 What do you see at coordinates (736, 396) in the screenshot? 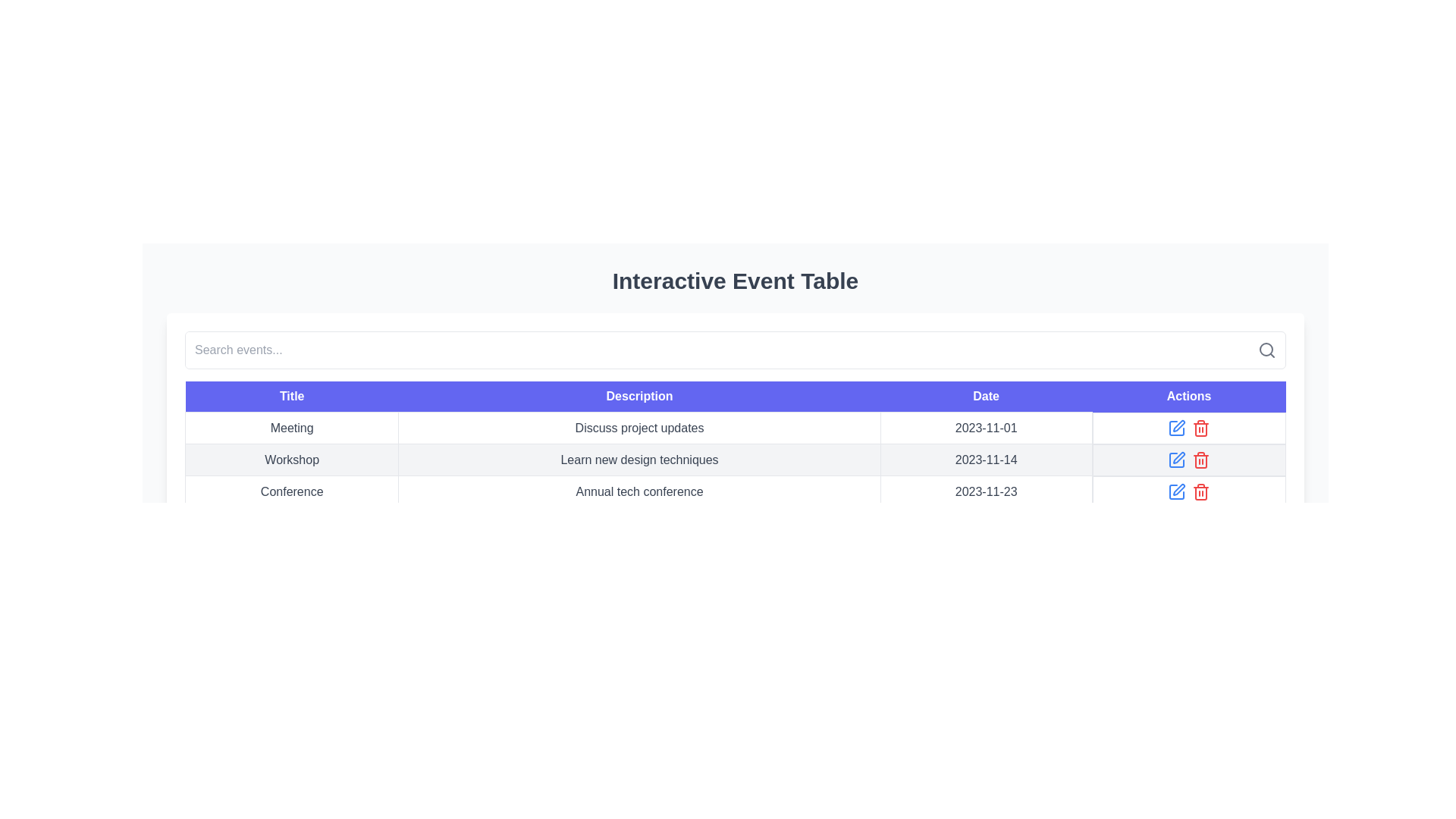
I see `the table header row to focus on it for keyboard navigation` at bounding box center [736, 396].